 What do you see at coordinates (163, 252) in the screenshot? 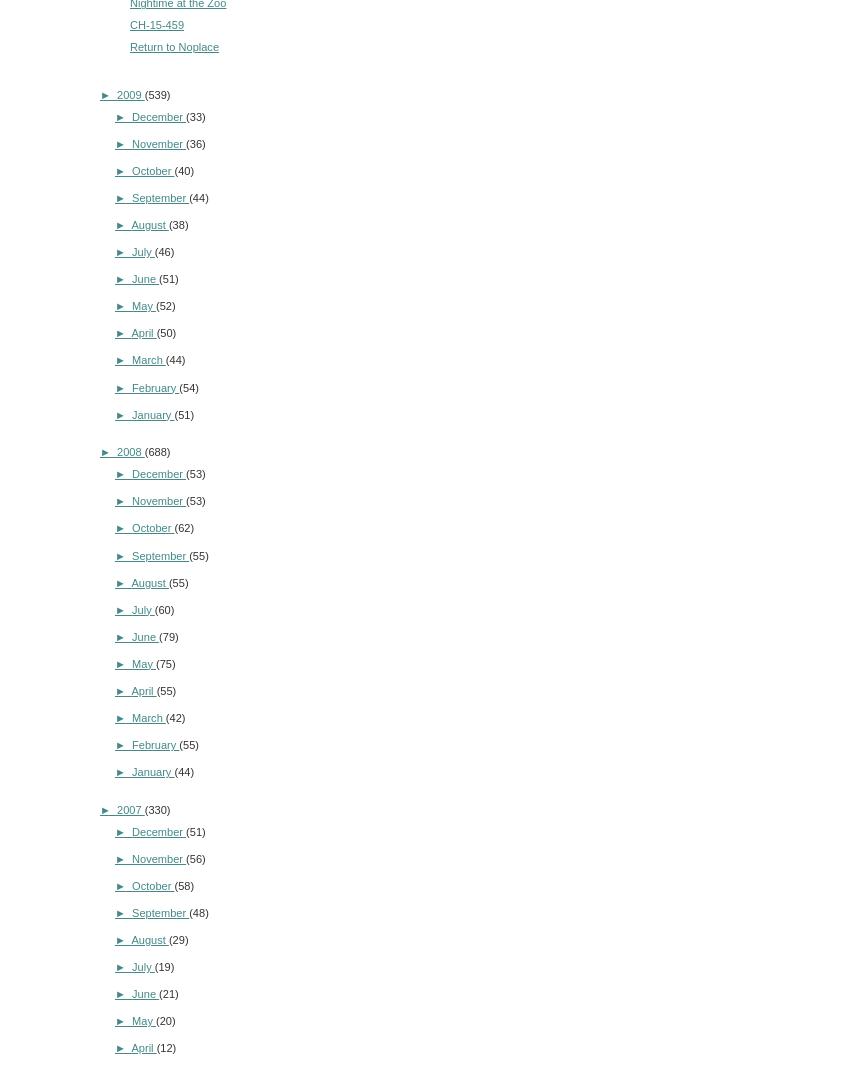
I see `'(46)'` at bounding box center [163, 252].